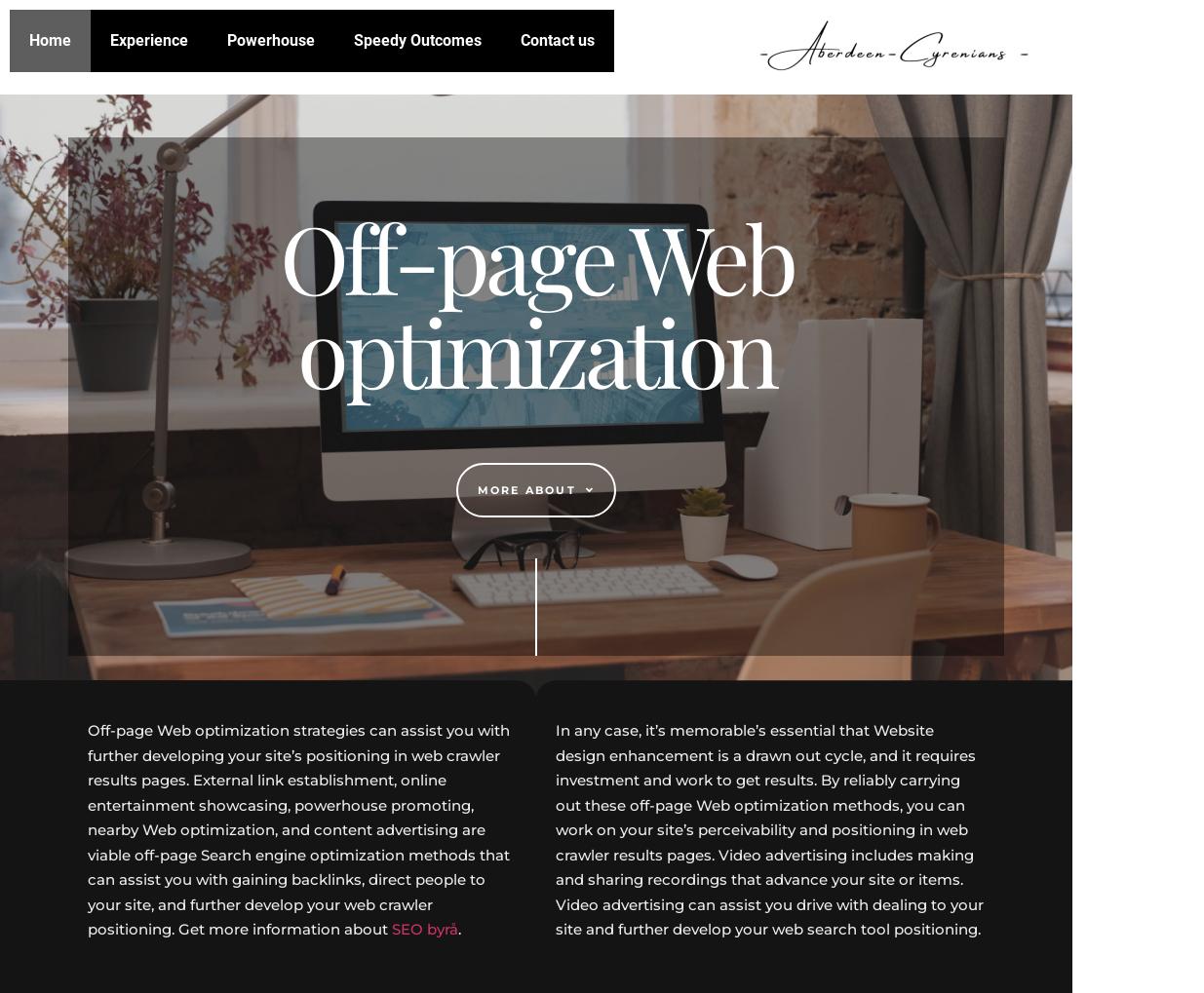 Image resolution: width=1204 pixels, height=993 pixels. I want to click on 'Off-page Web optimization', so click(534, 301).